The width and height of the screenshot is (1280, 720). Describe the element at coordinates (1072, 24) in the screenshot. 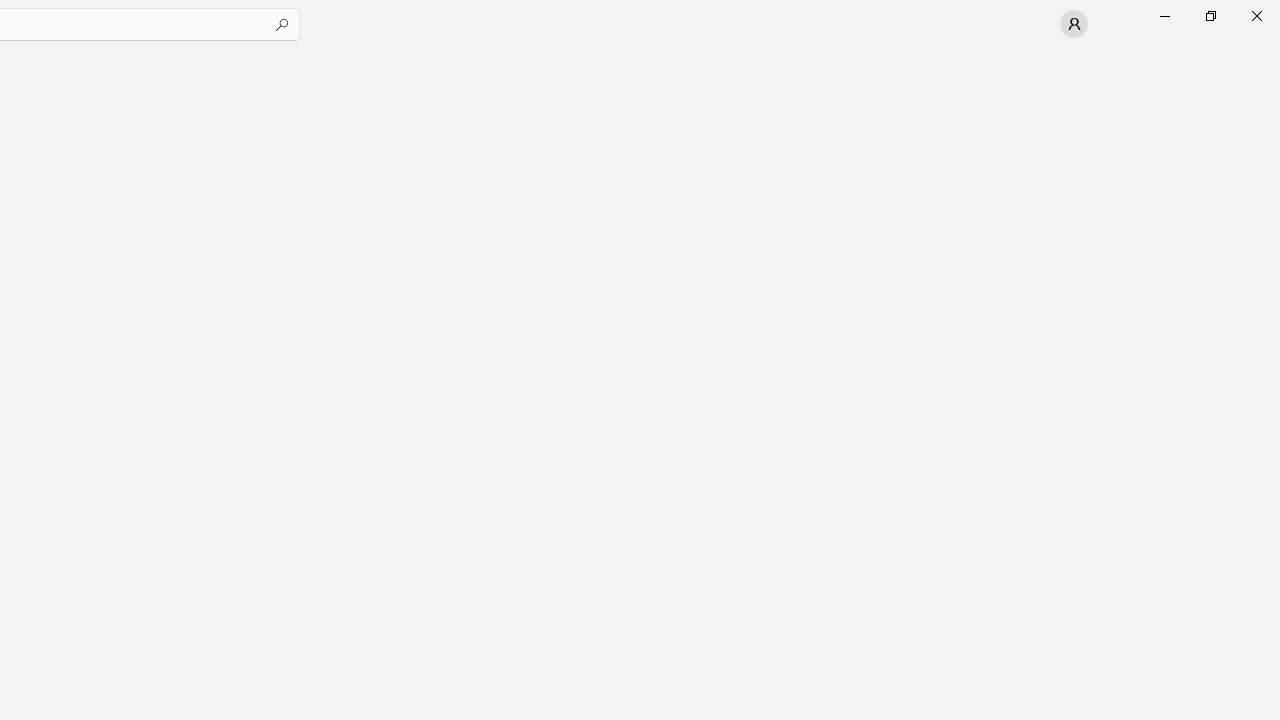

I see `'User profile'` at that location.